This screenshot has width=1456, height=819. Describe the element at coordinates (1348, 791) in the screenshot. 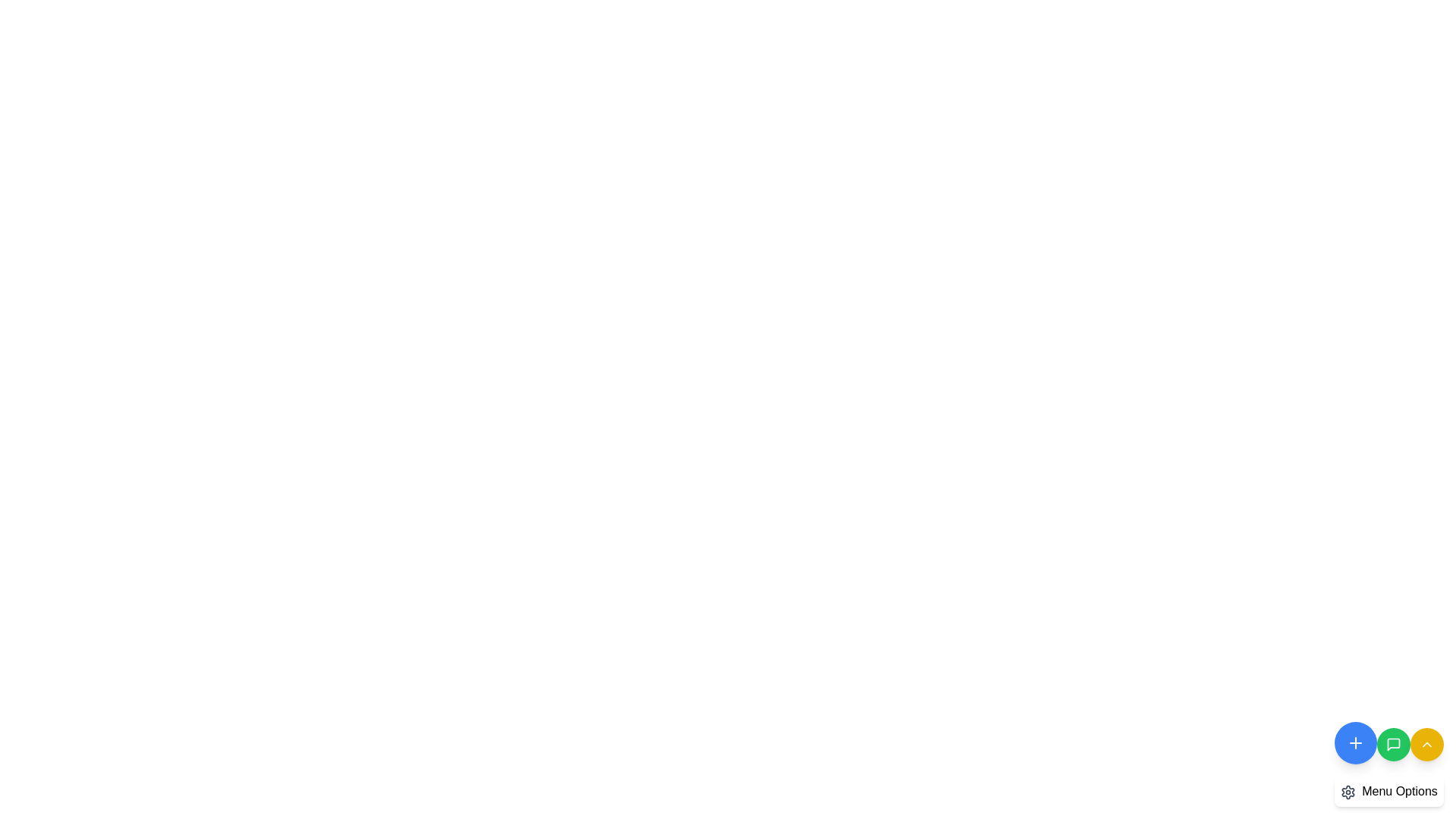

I see `the gear-like icon in the bottom-right corner of the interface, which represents settings` at that location.